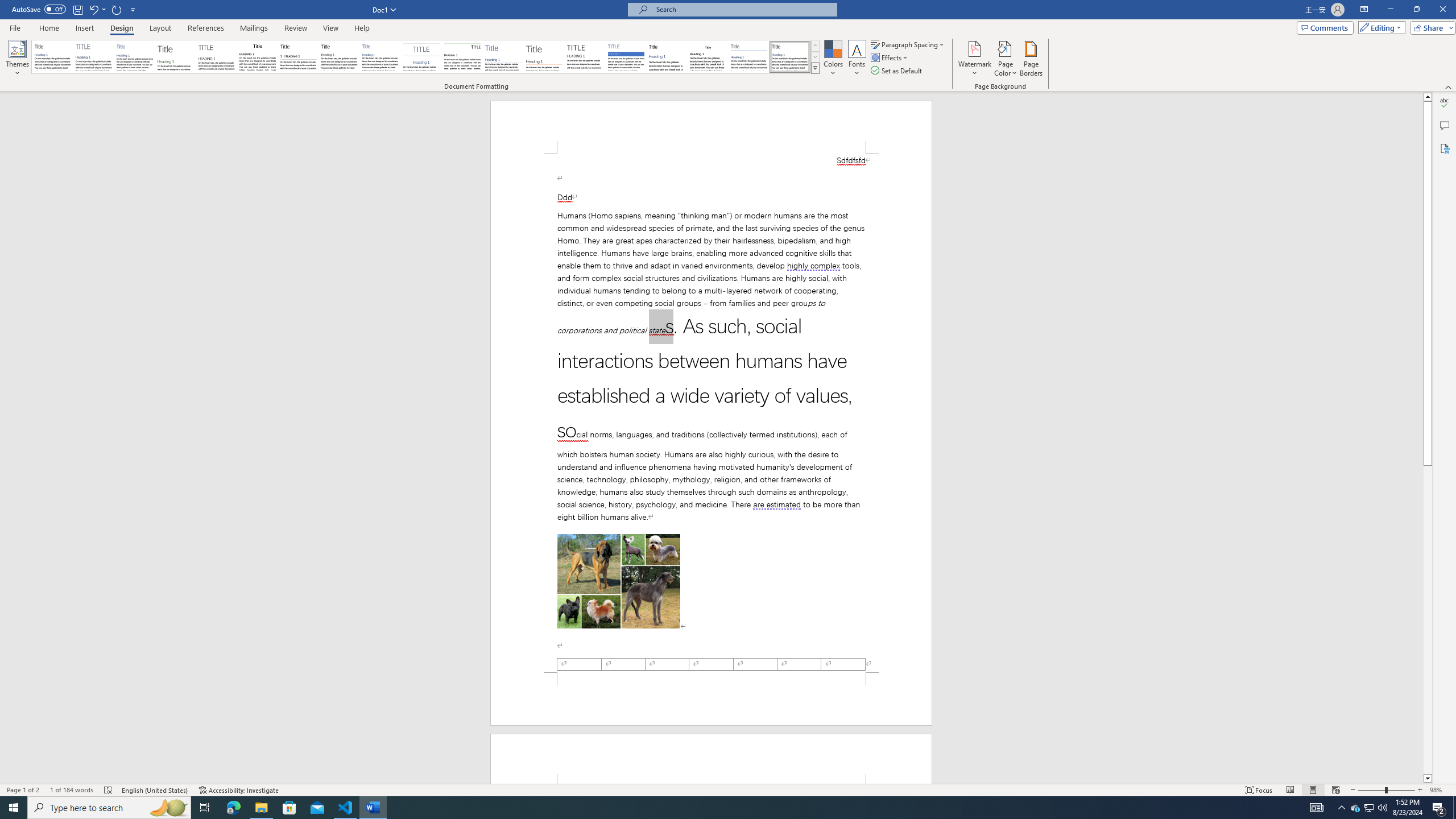  I want to click on 'Set as Default', so click(897, 69).